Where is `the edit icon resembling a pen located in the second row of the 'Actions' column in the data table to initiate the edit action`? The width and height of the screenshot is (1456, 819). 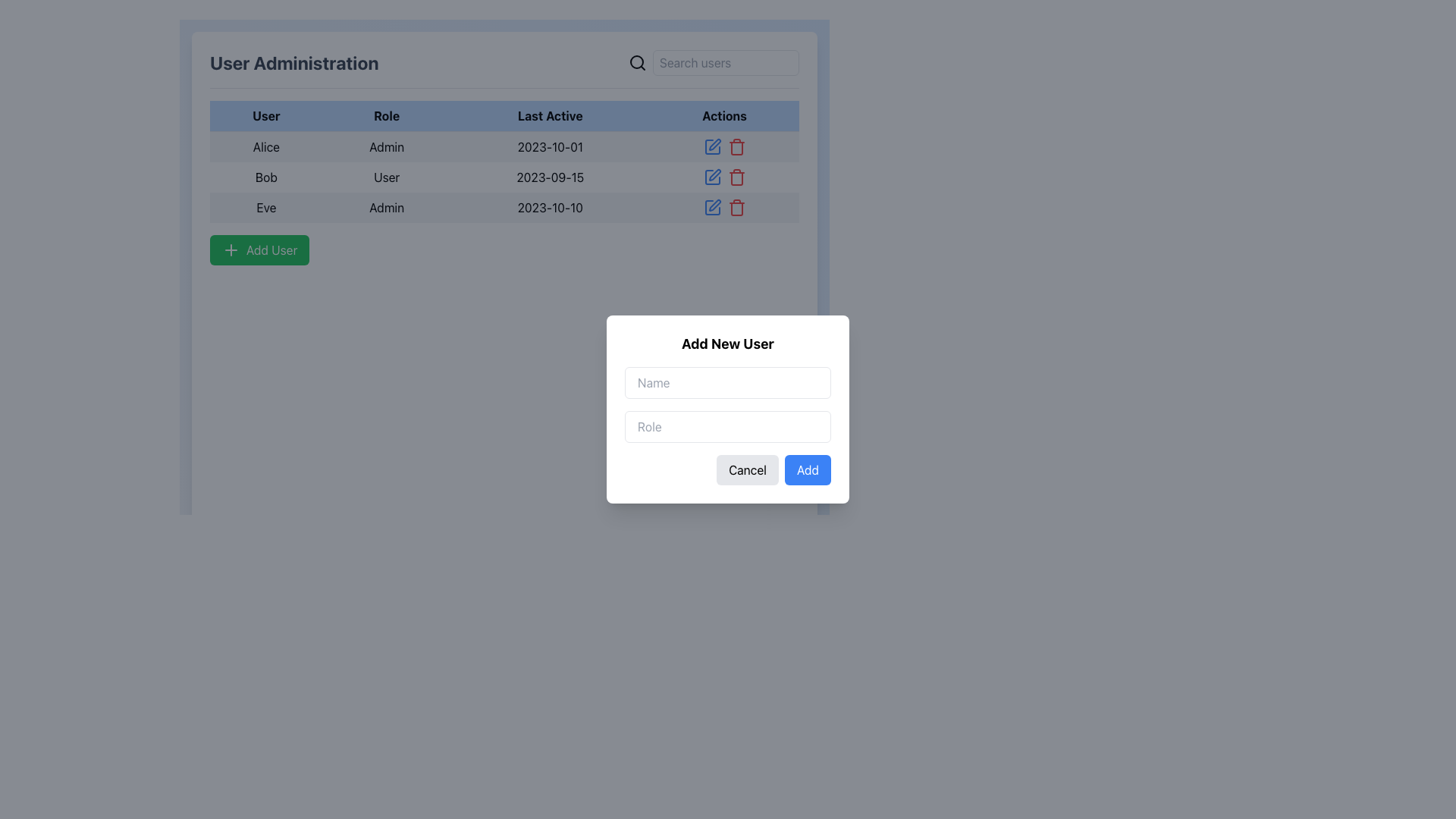
the edit icon resembling a pen located in the second row of the 'Actions' column in the data table to initiate the edit action is located at coordinates (714, 174).